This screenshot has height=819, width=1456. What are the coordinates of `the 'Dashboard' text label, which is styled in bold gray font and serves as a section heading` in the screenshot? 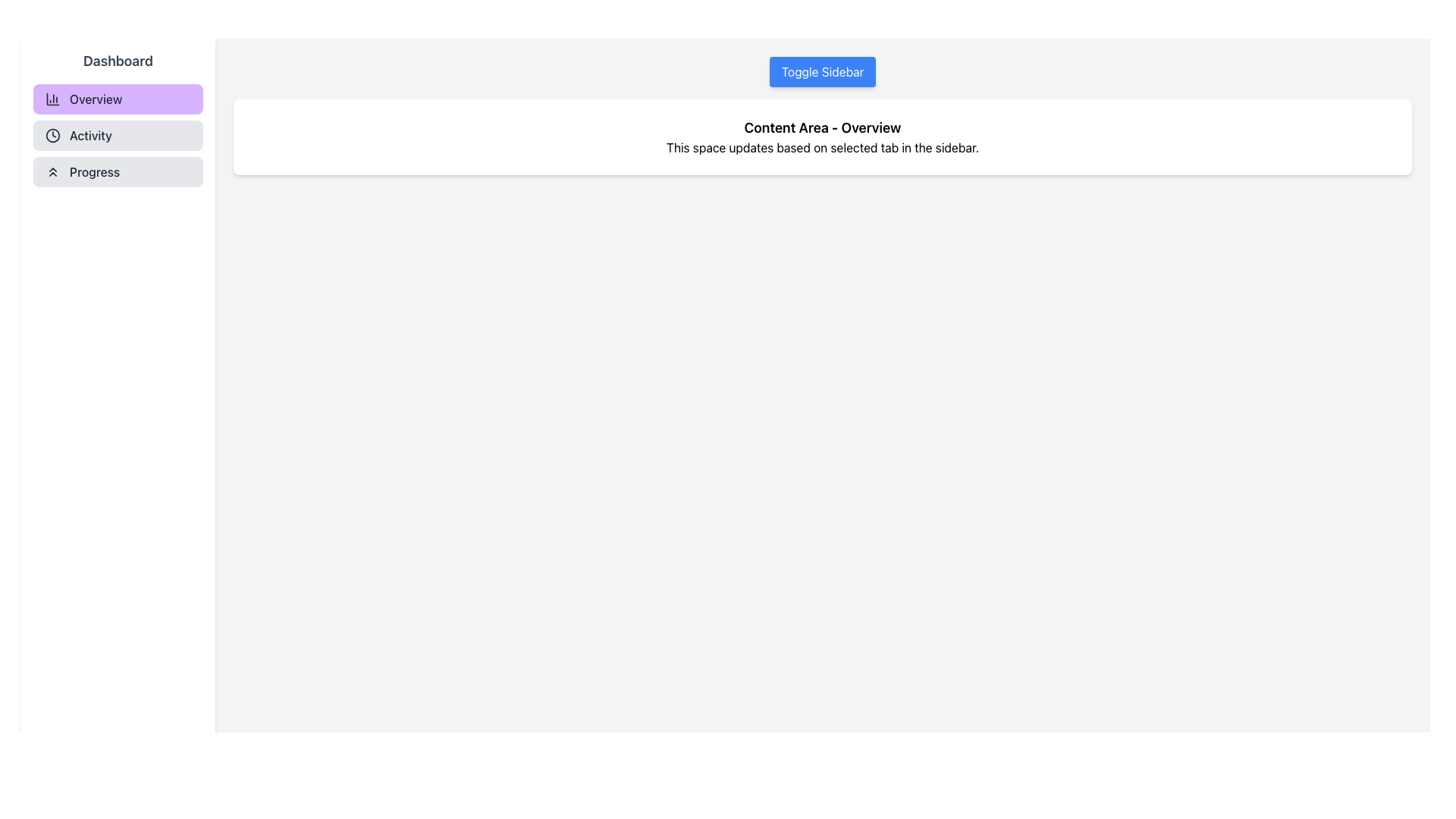 It's located at (118, 61).